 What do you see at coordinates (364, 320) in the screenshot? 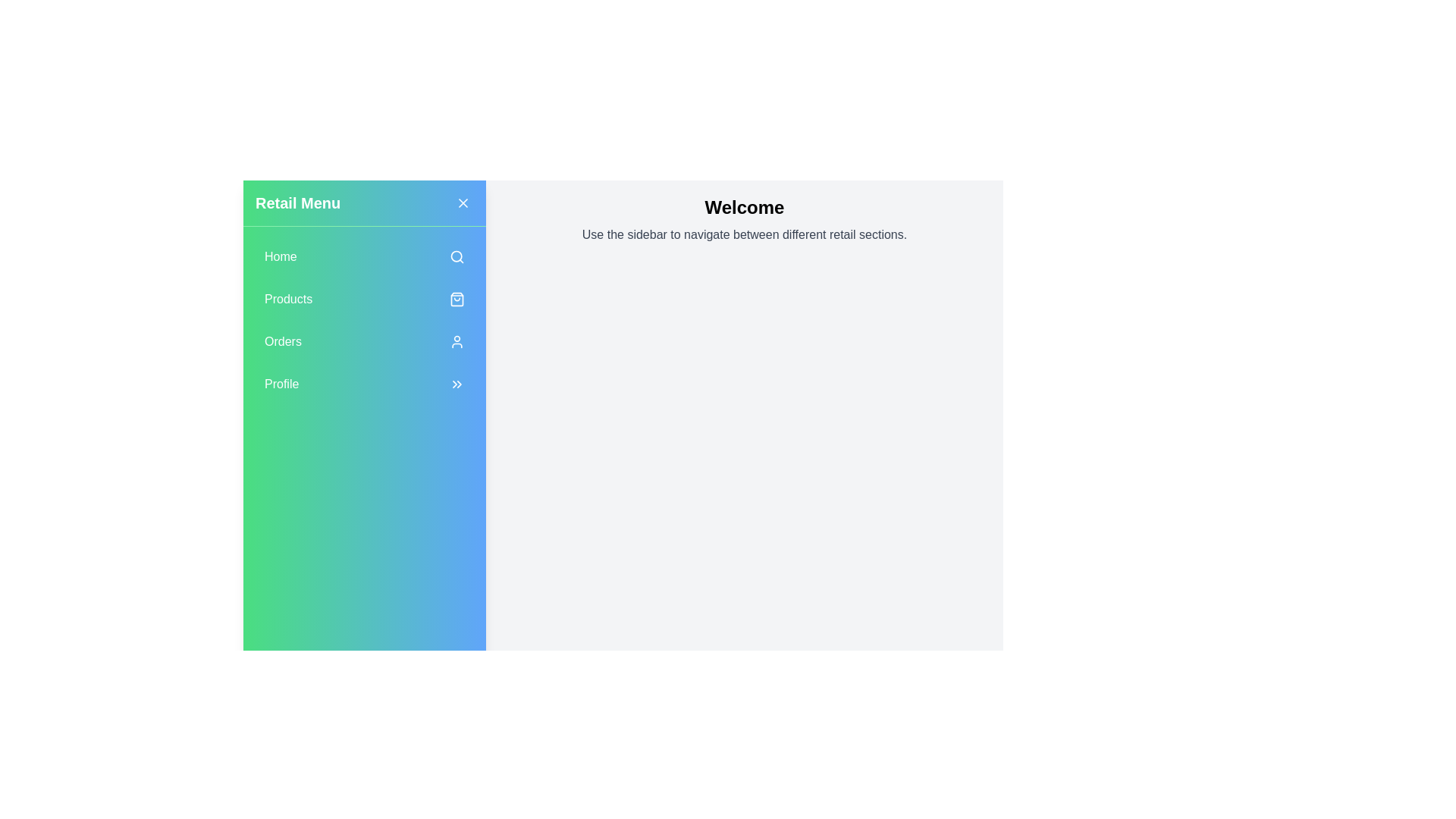
I see `the 'Orders' menu item in the sidebar menu labeled 'Retail Menu'` at bounding box center [364, 320].